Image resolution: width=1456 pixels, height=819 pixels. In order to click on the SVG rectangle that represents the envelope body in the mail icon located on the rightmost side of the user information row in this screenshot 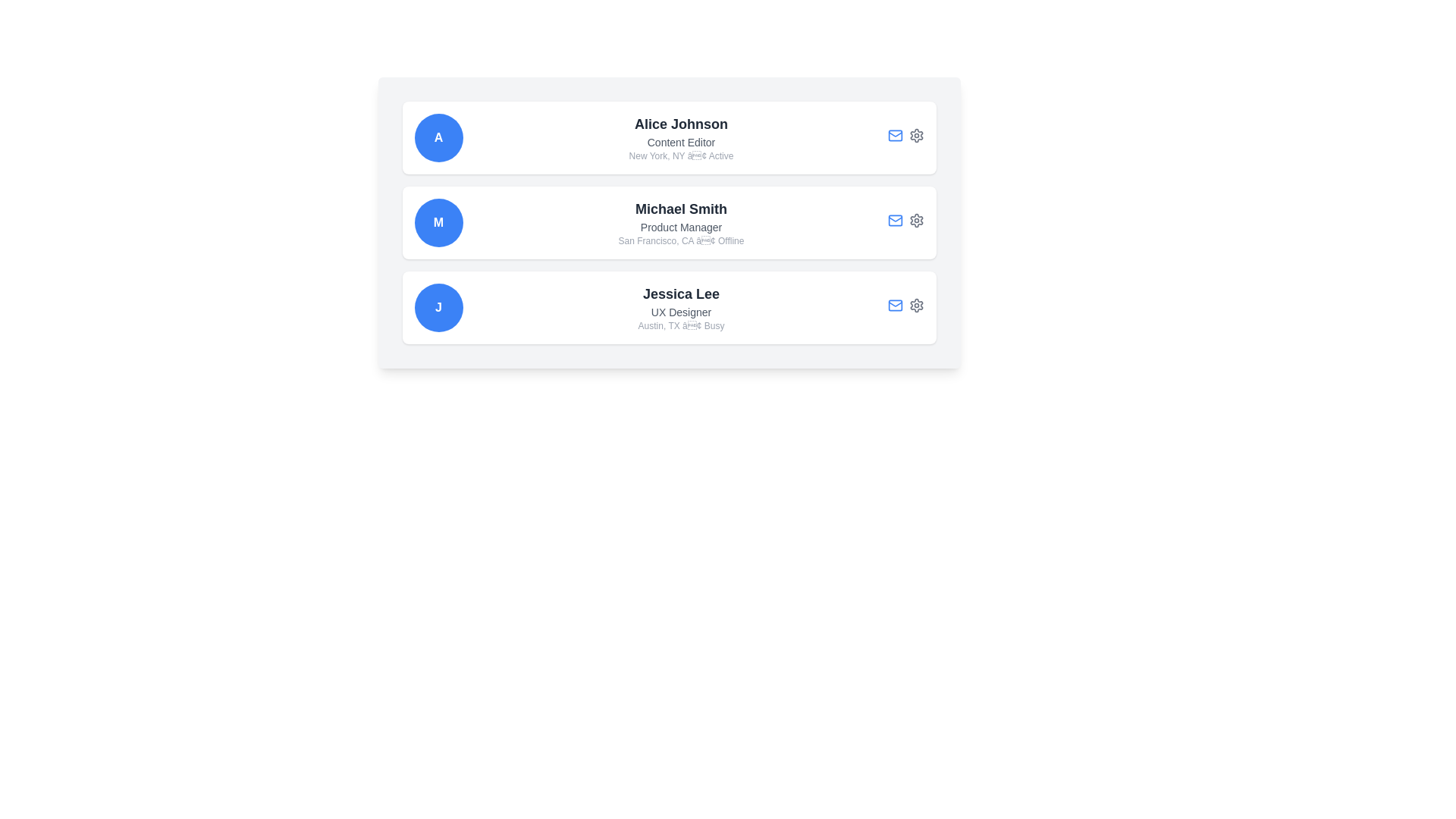, I will do `click(895, 305)`.